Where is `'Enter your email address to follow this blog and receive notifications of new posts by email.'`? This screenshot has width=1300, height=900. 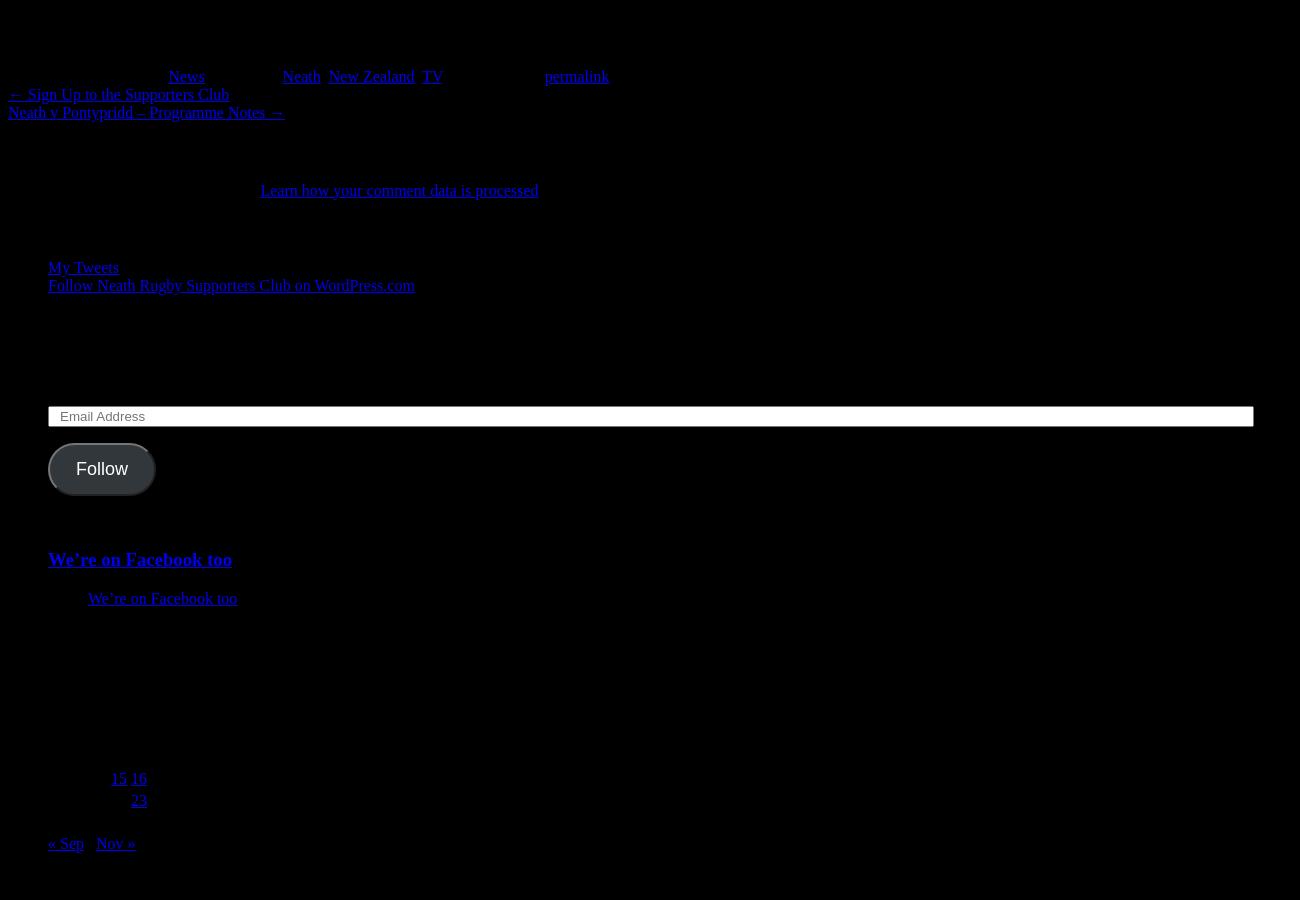
'Enter your email address to follow this blog and receive notifications of new posts by email.' is located at coordinates (341, 362).